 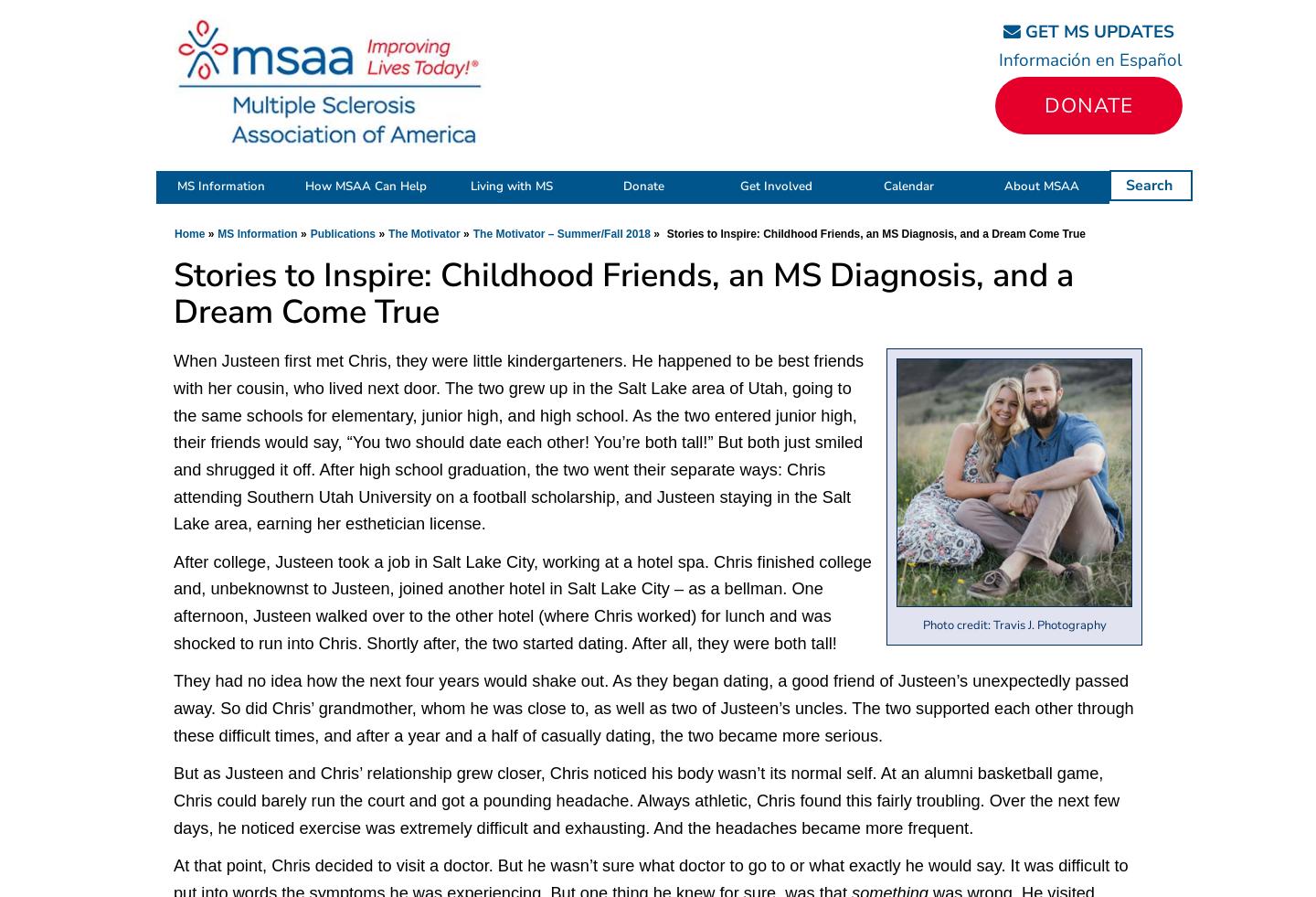 What do you see at coordinates (775, 186) in the screenshot?
I see `'Get Involved'` at bounding box center [775, 186].